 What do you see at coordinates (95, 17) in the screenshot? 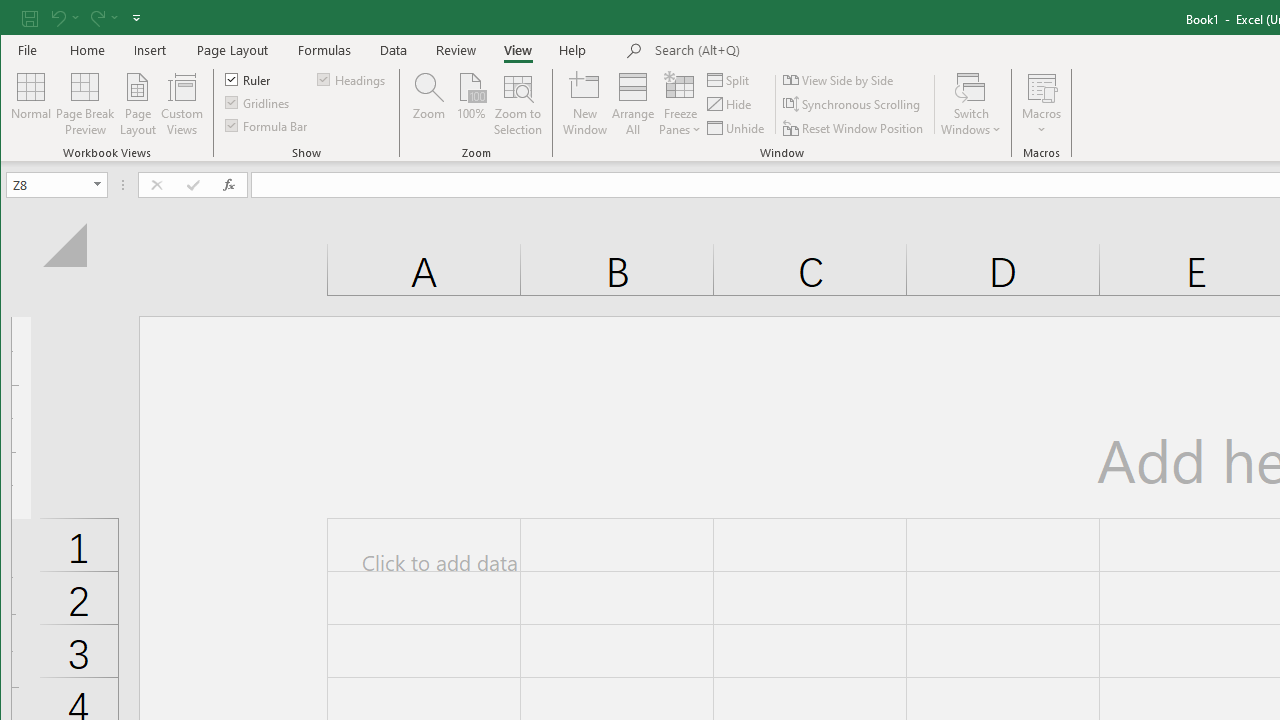
I see `'Redo'` at bounding box center [95, 17].